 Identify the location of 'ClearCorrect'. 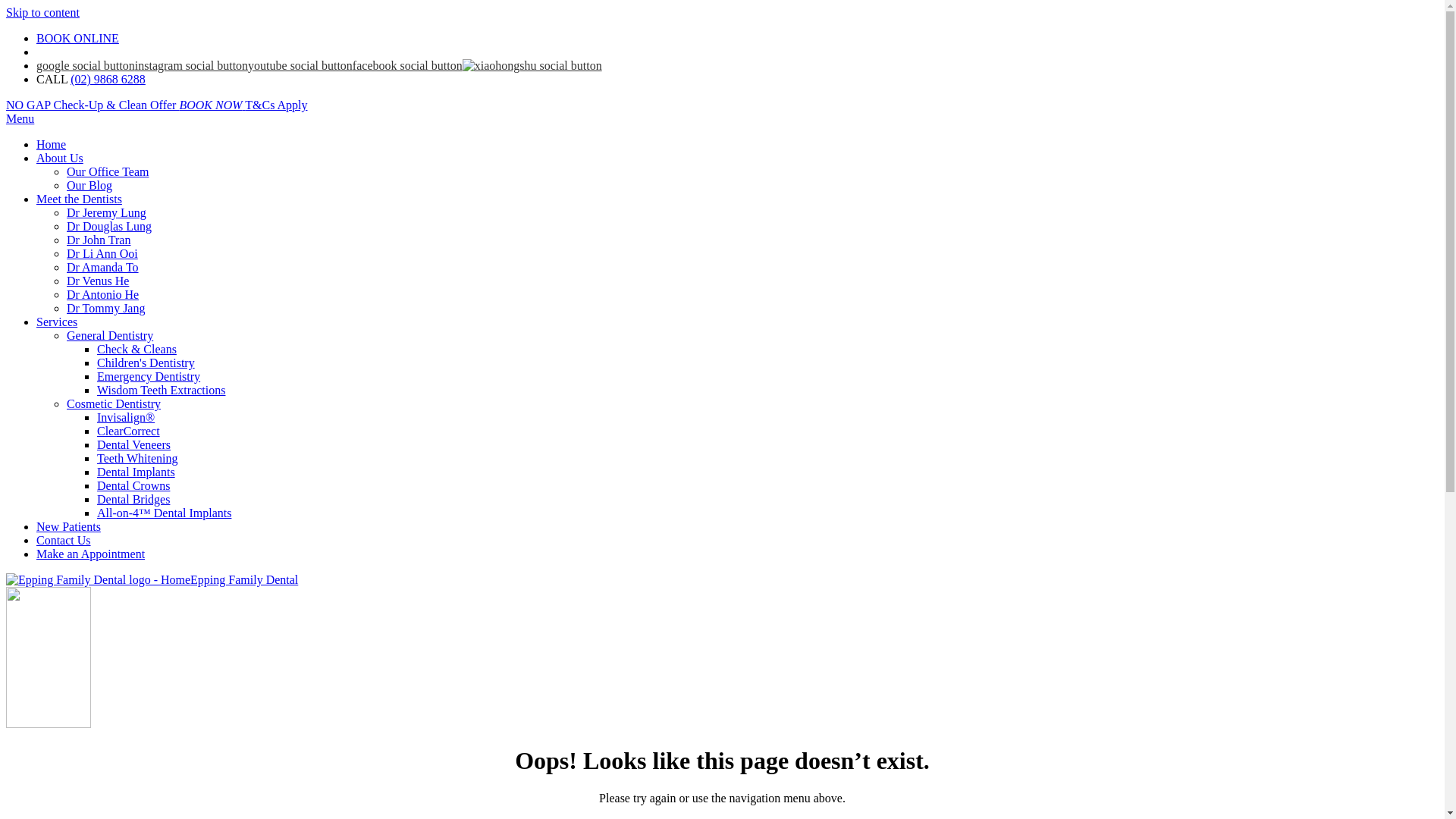
(96, 431).